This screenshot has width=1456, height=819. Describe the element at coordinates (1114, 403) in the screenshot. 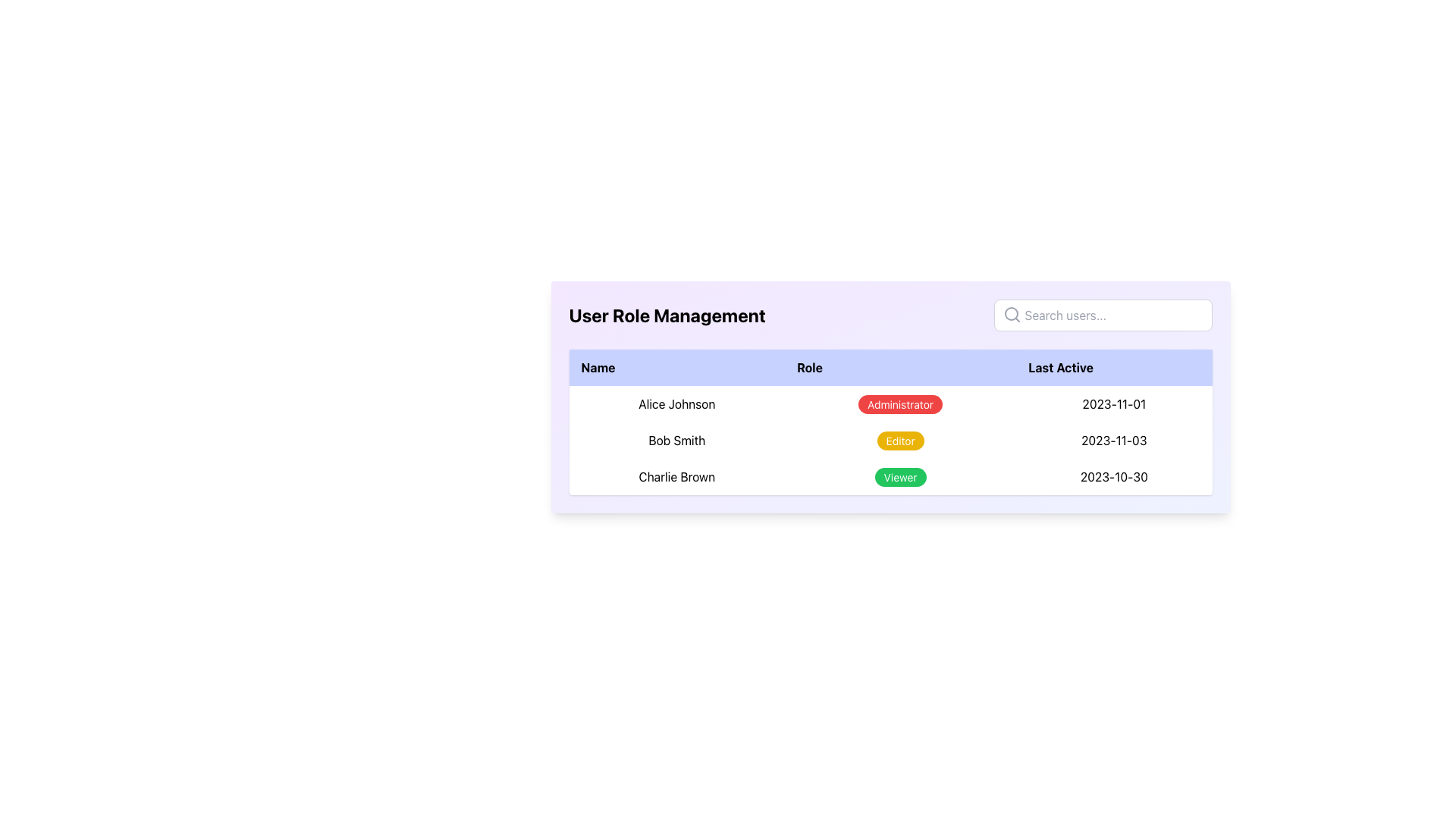

I see `the static text element indicating the last active date of user 'Alice Johnson' in the 'Last Active' column of the 'User Role Management' table` at that location.